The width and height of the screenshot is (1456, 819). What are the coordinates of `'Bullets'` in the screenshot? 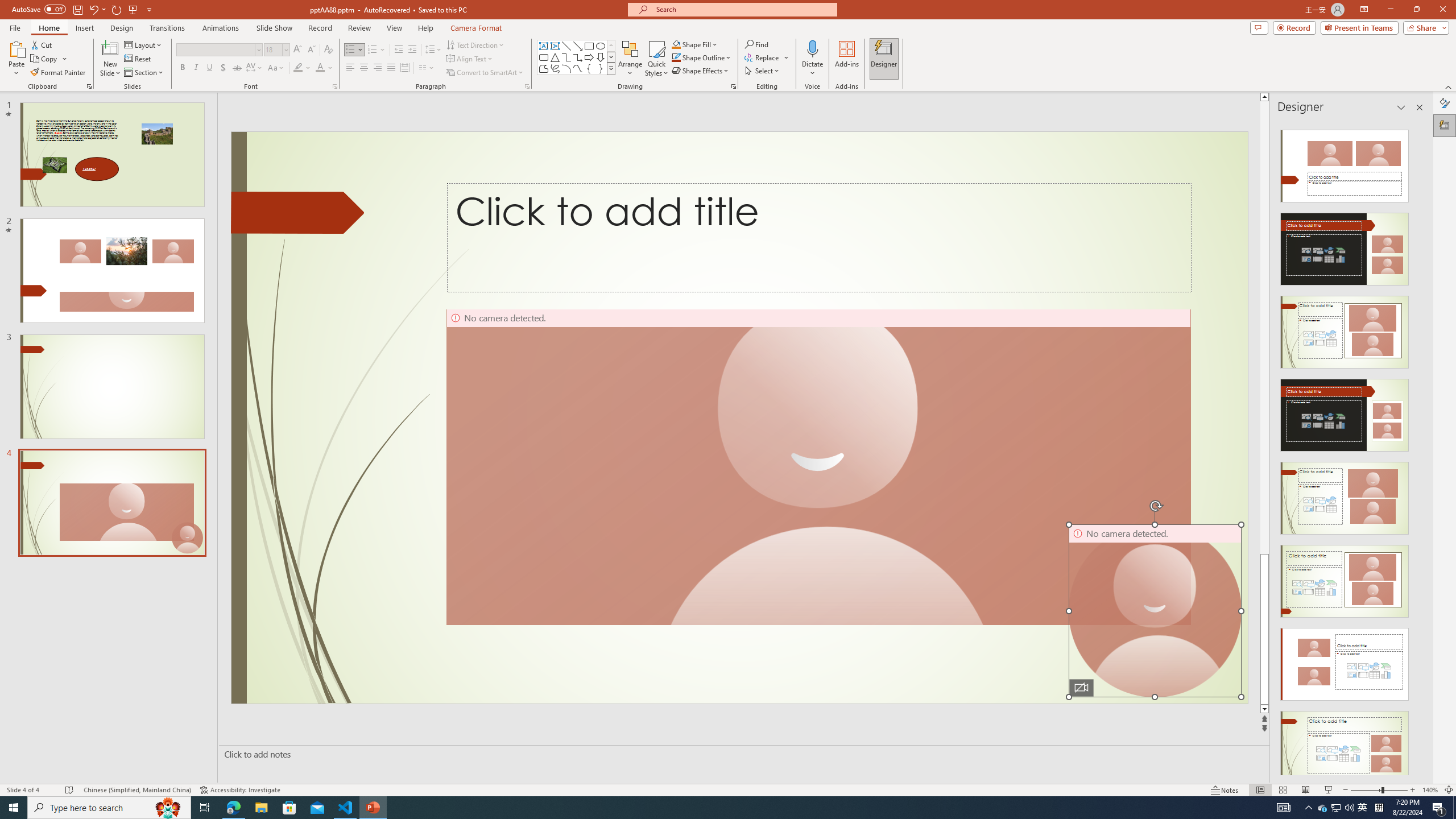 It's located at (354, 49).